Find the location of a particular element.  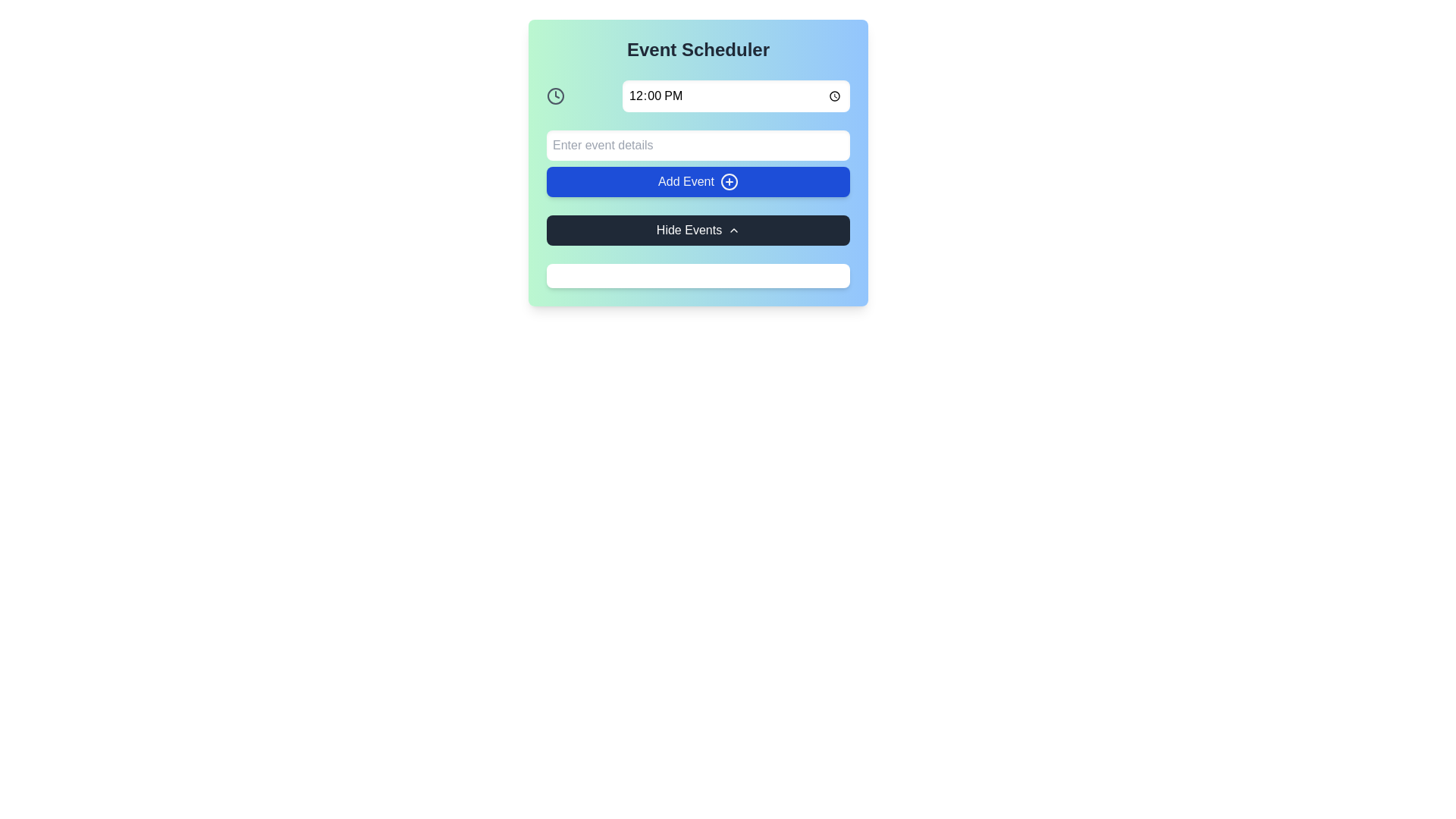

the chevron arrow icon within the 'Hide Events' button, which is positioned towards the right side of the button's text label is located at coordinates (734, 231).